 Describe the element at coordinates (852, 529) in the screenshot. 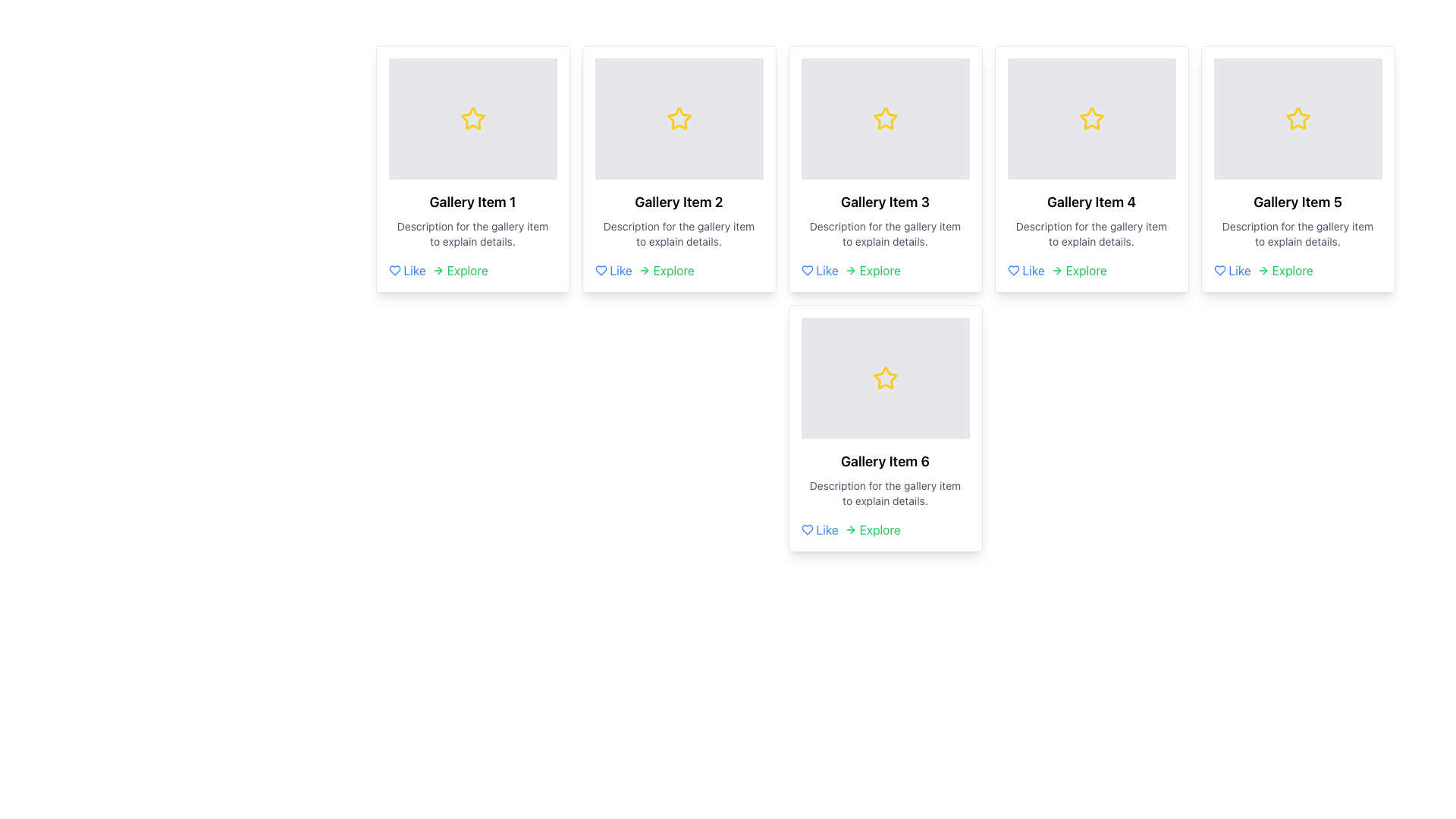

I see `the 'Explore' label associated with the arrow icon located in the bottom section of 'Gallery Item 6' card` at that location.